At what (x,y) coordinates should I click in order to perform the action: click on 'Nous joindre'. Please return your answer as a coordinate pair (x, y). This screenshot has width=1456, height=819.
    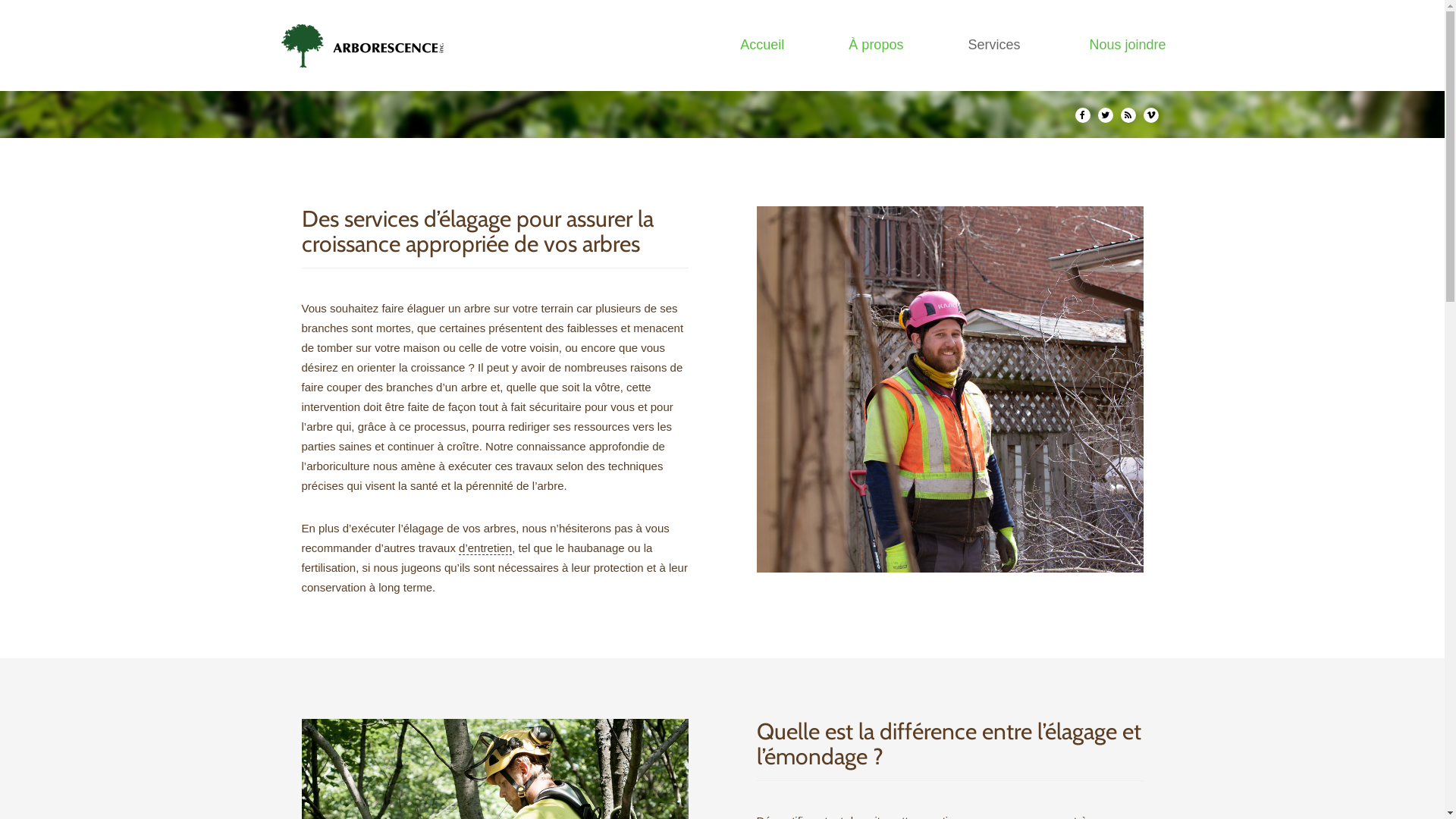
    Looking at the image, I should click on (1127, 44).